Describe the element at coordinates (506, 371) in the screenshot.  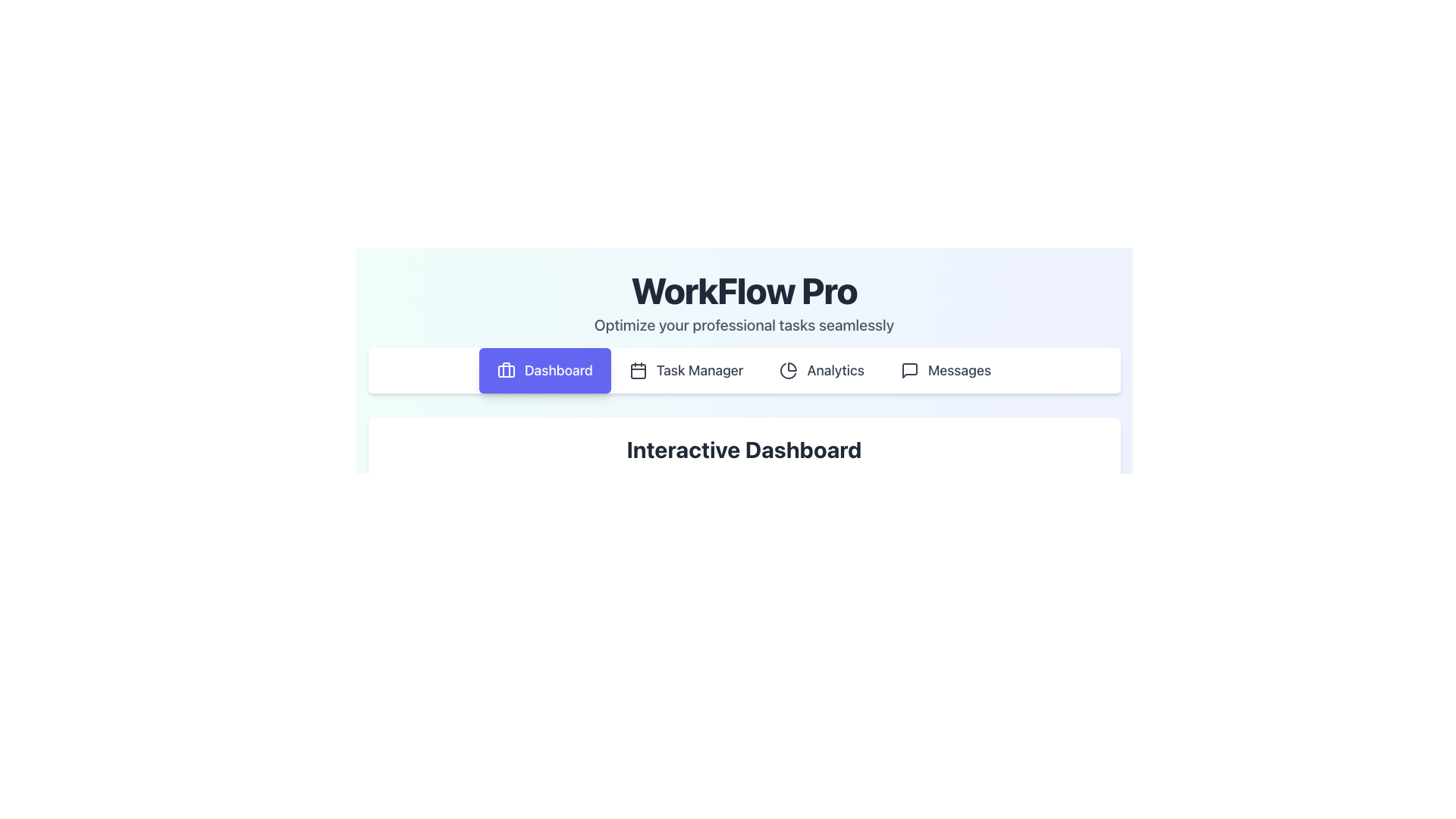
I see `the 'Dashboard' icon located in the horizontal menu at the top of the page, which serves as the main area overview button` at that location.